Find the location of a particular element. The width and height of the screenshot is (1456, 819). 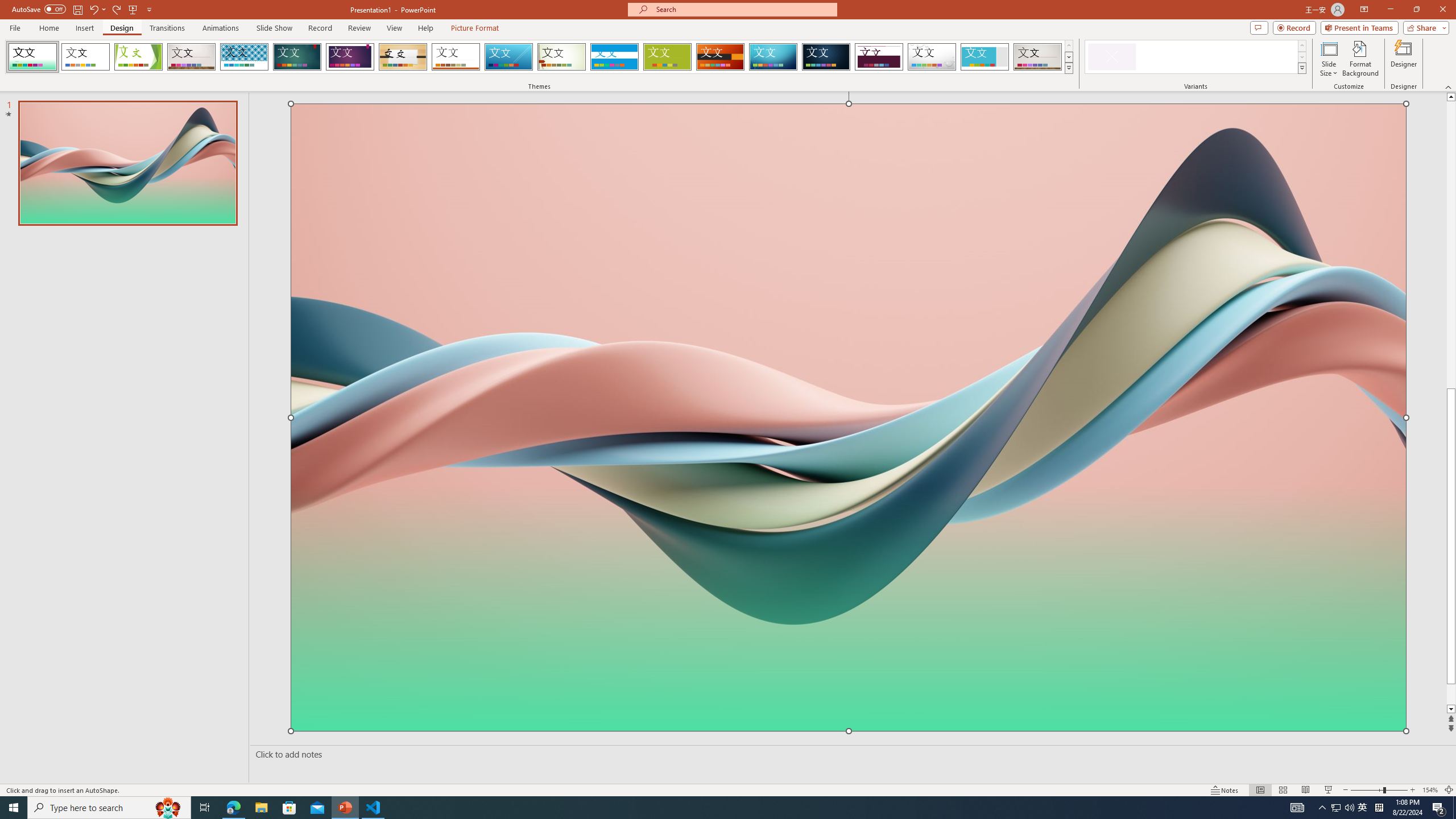

'Format Background' is located at coordinates (1360, 59).